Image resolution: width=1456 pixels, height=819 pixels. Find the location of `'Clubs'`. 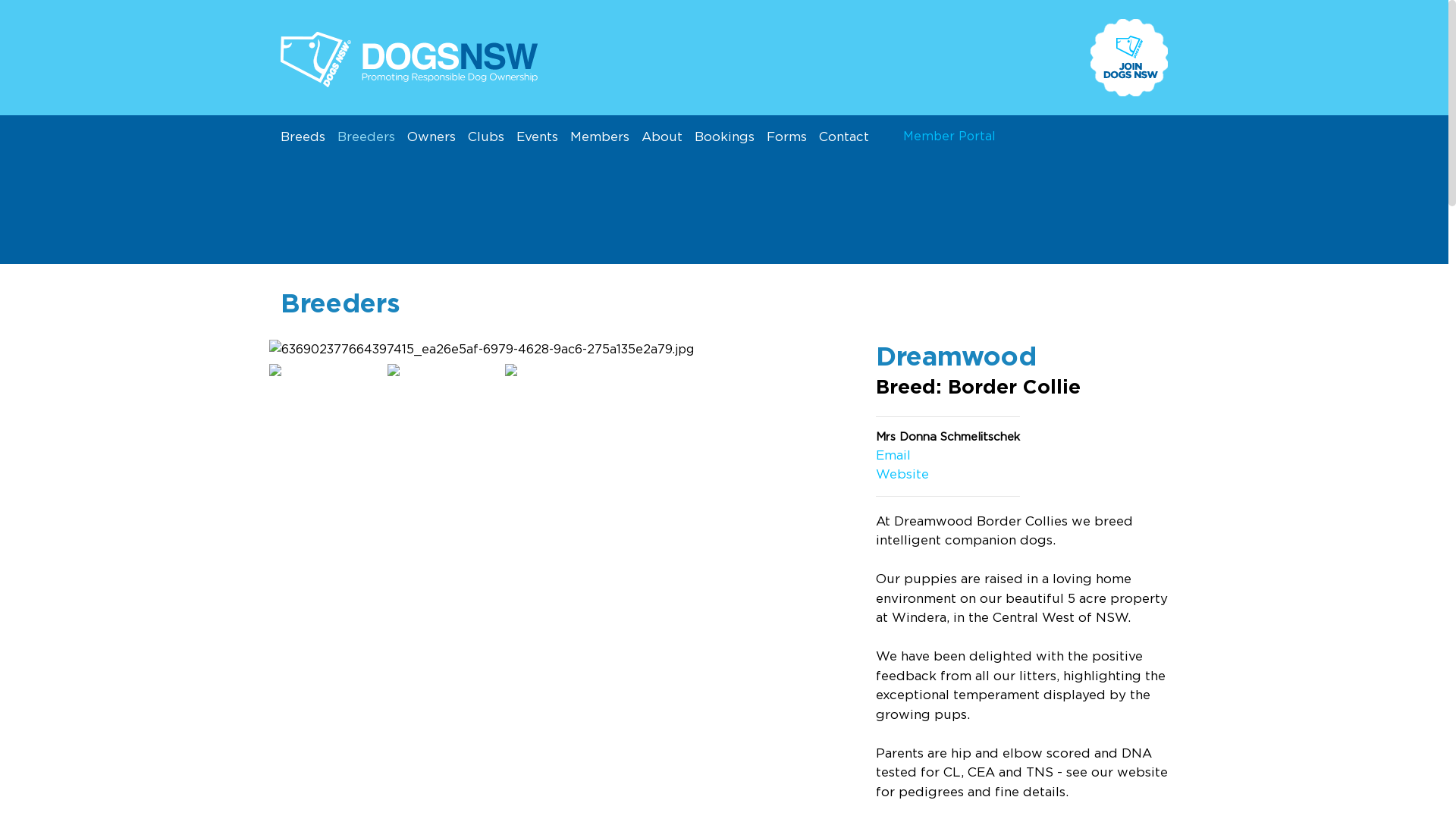

'Clubs' is located at coordinates (491, 137).